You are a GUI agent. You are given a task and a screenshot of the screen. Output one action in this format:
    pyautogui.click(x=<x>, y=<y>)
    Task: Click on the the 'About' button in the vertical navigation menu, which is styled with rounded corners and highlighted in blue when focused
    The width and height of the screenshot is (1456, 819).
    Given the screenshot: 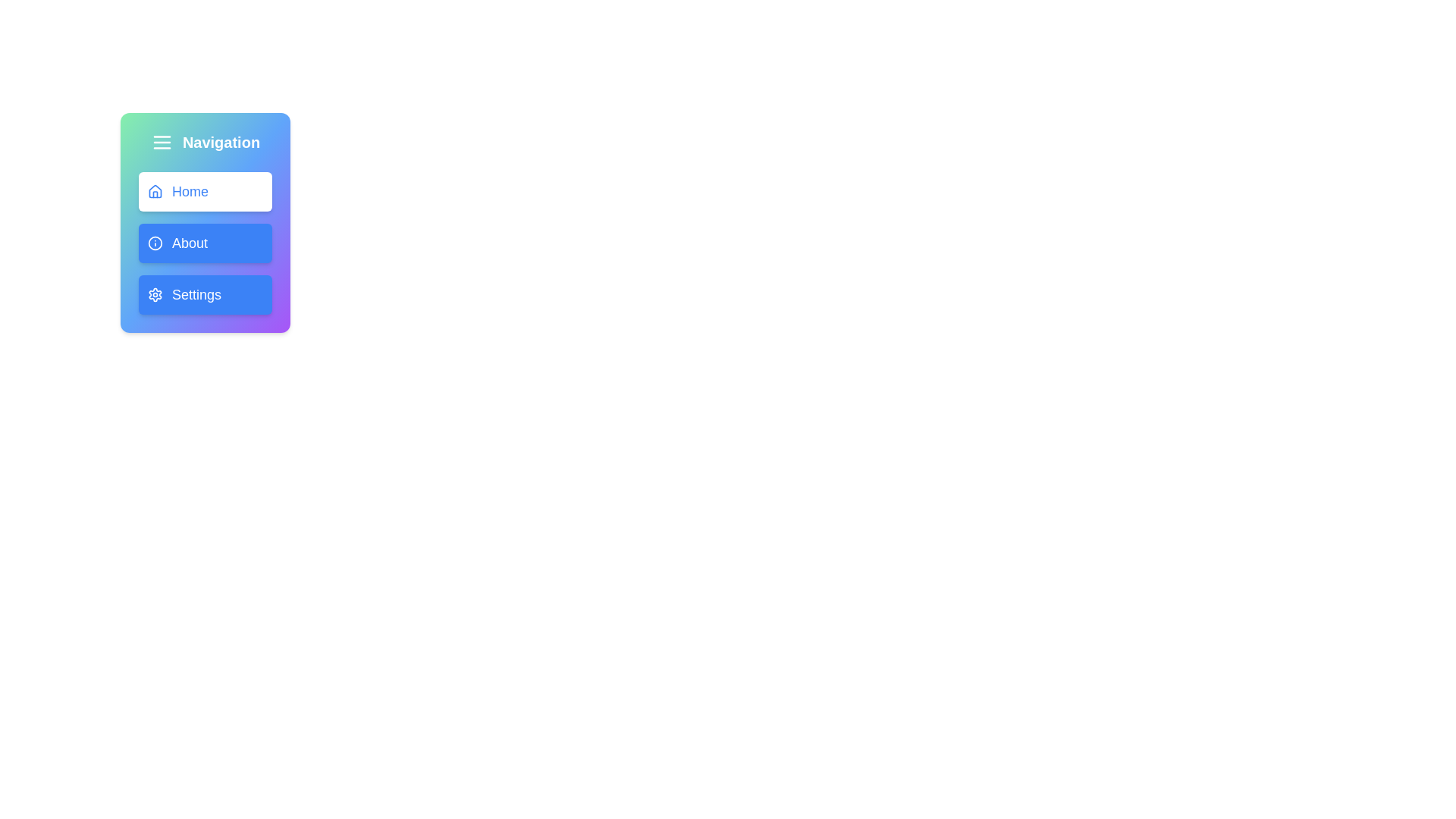 What is the action you would take?
    pyautogui.click(x=204, y=242)
    